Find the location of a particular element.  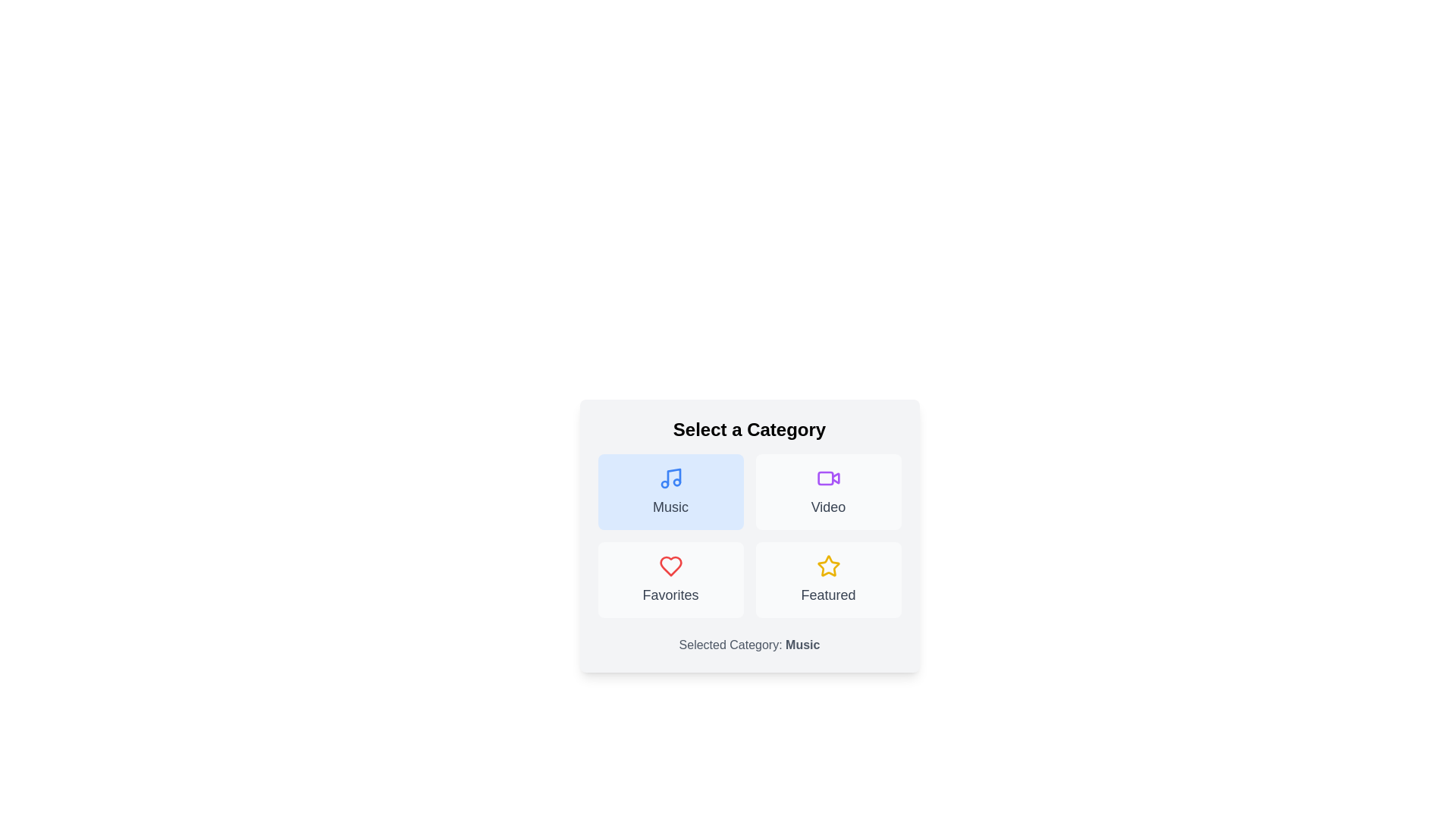

the category Music by clicking on its button is located at coordinates (670, 491).